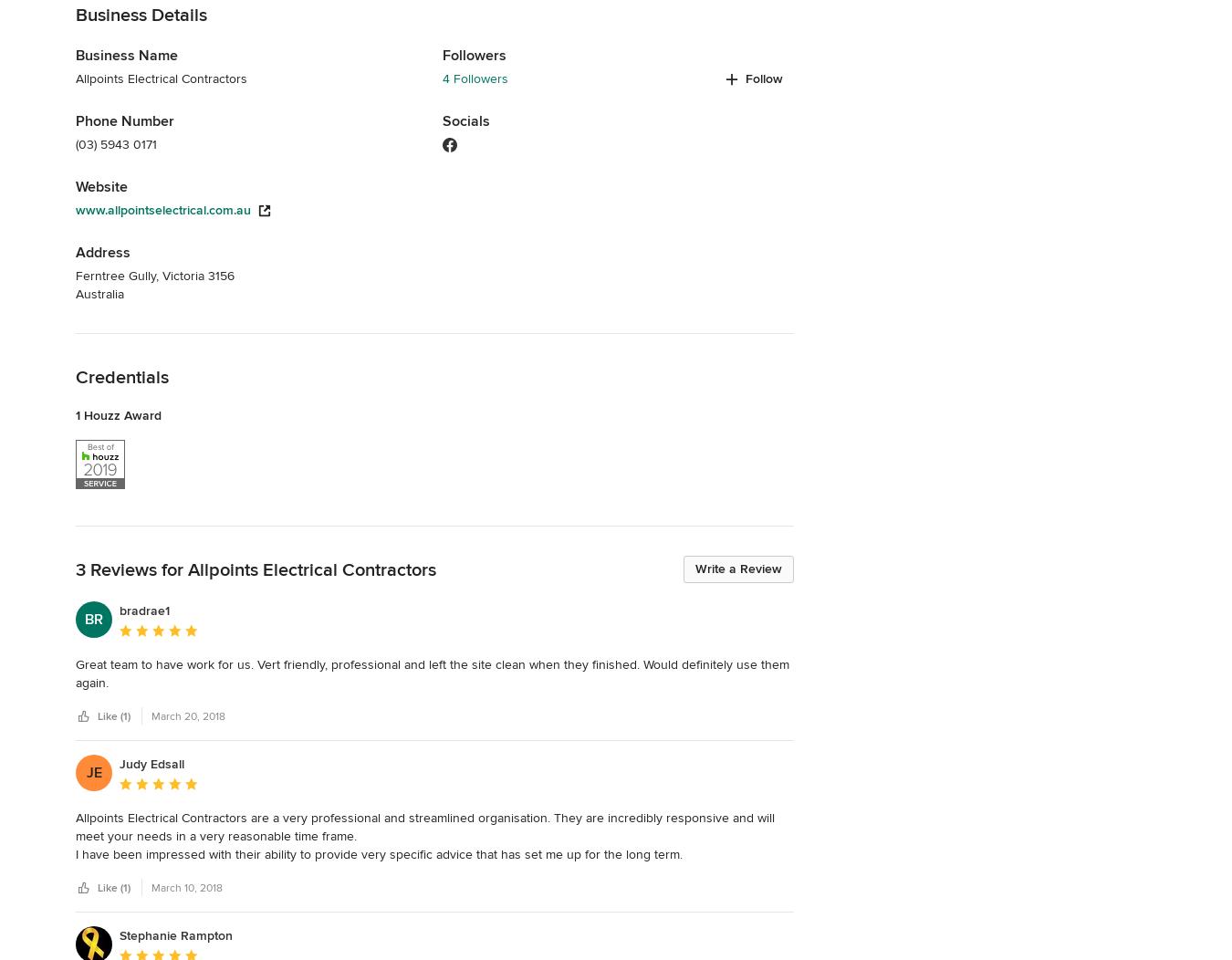 This screenshot has height=960, width=1232. Describe the element at coordinates (183, 275) in the screenshot. I see `'Victoria'` at that location.